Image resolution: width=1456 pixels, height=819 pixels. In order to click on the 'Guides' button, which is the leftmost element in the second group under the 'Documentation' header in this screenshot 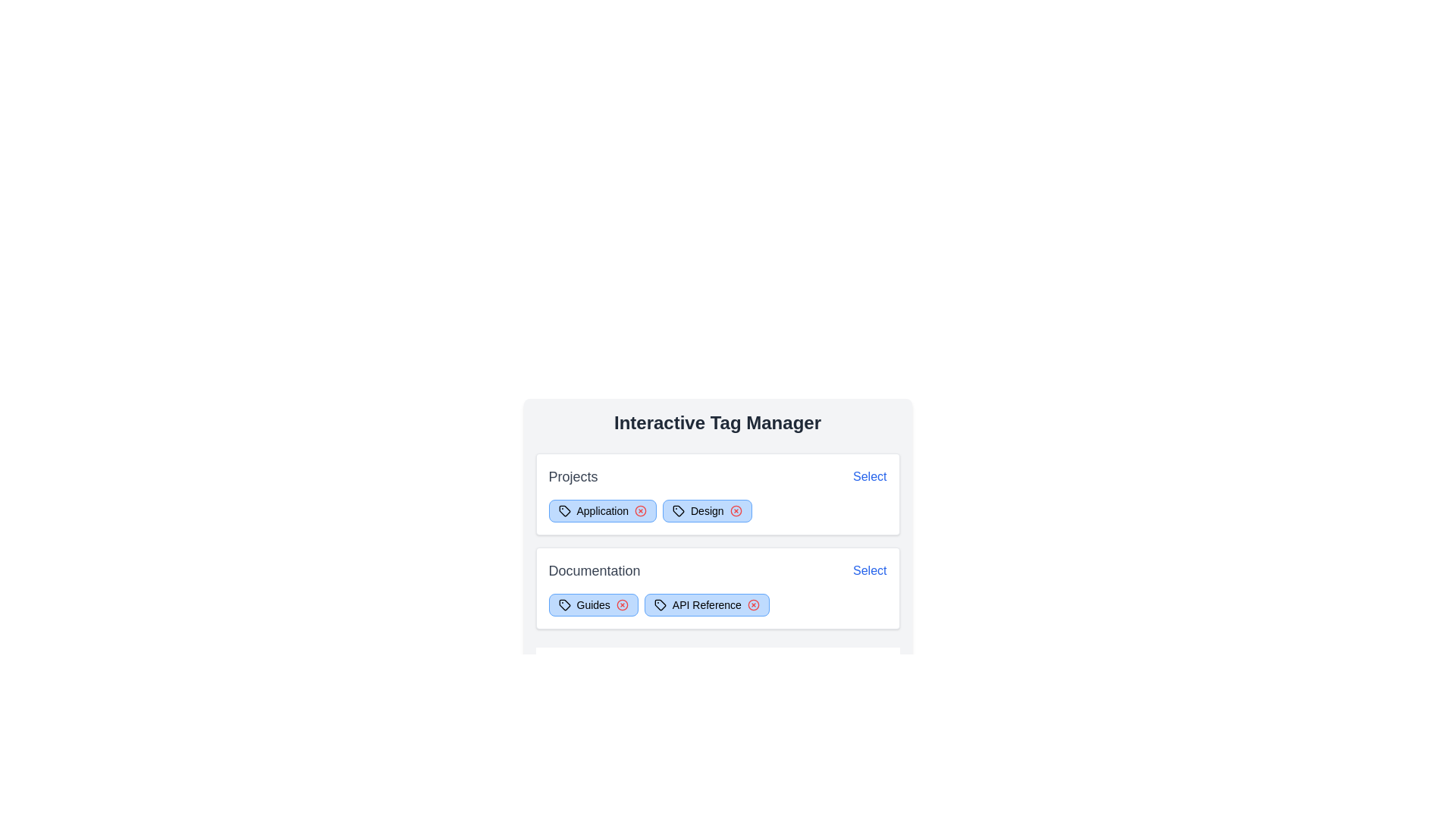, I will do `click(592, 604)`.